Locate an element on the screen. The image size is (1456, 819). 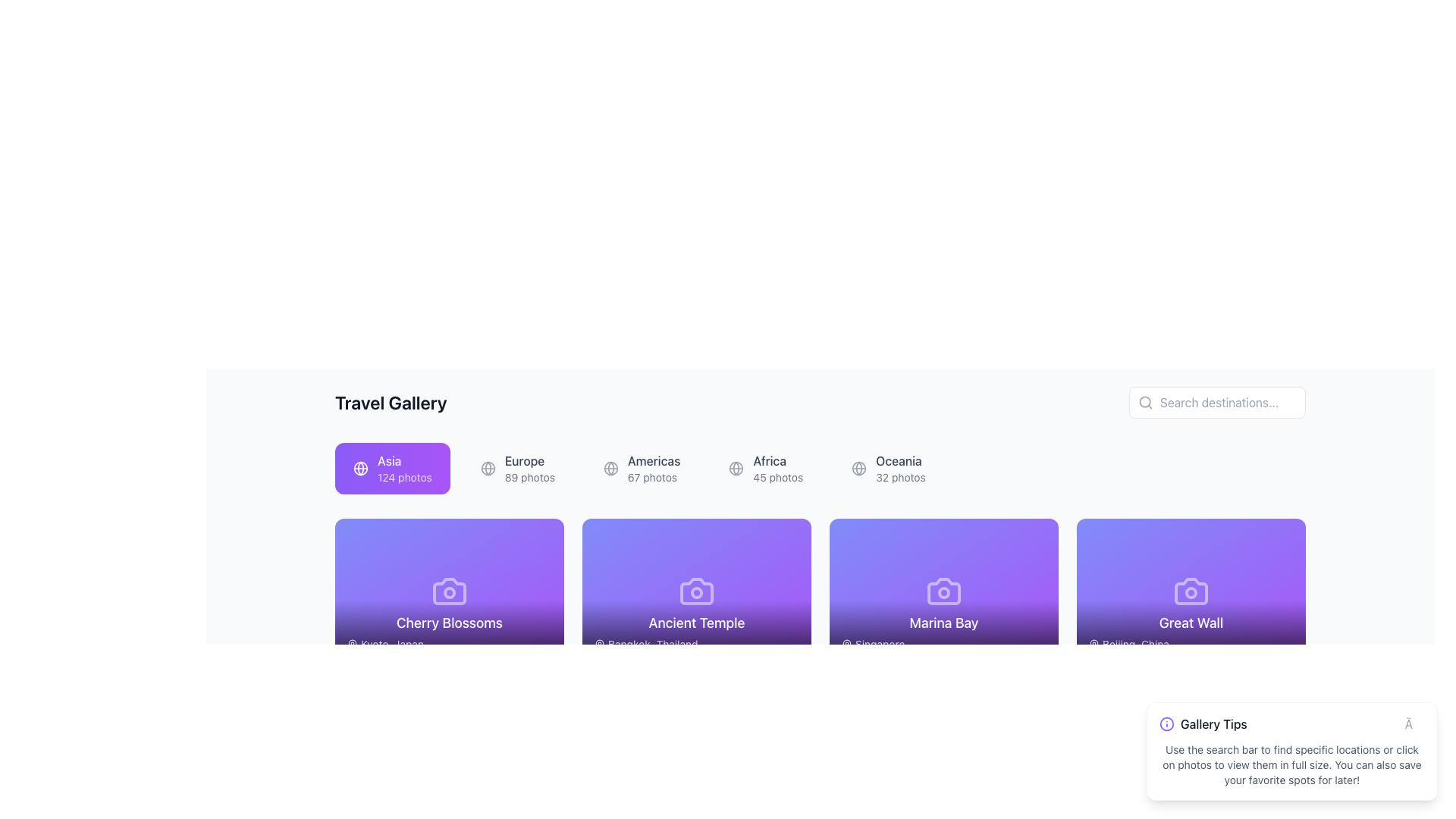
the circular button with a share symbol at its center, located in the top-right corner of the 'Great Wall' card is located at coordinates (1248, 543).